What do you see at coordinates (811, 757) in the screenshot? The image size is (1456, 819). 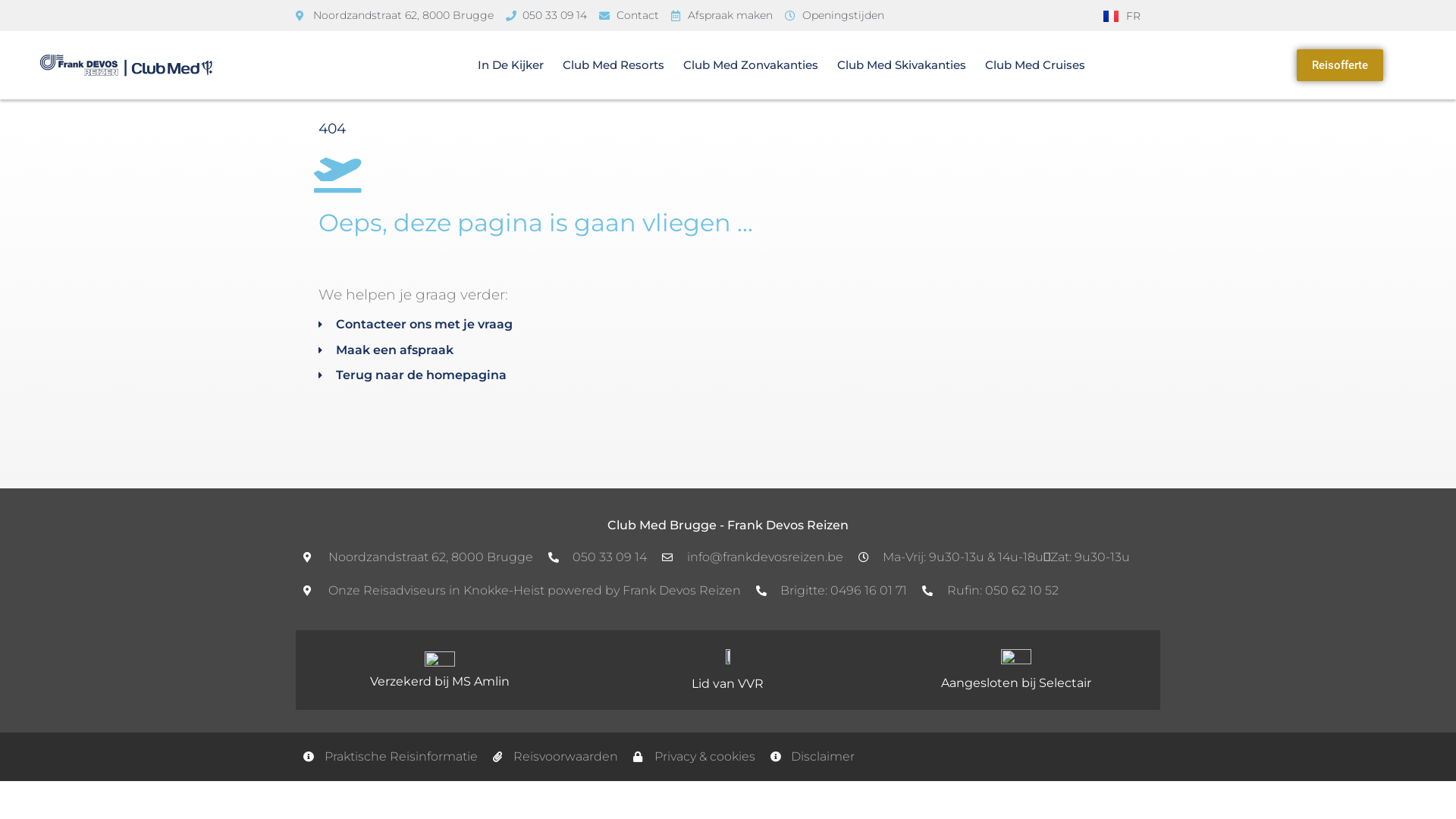 I see `'Disclaimer'` at bounding box center [811, 757].